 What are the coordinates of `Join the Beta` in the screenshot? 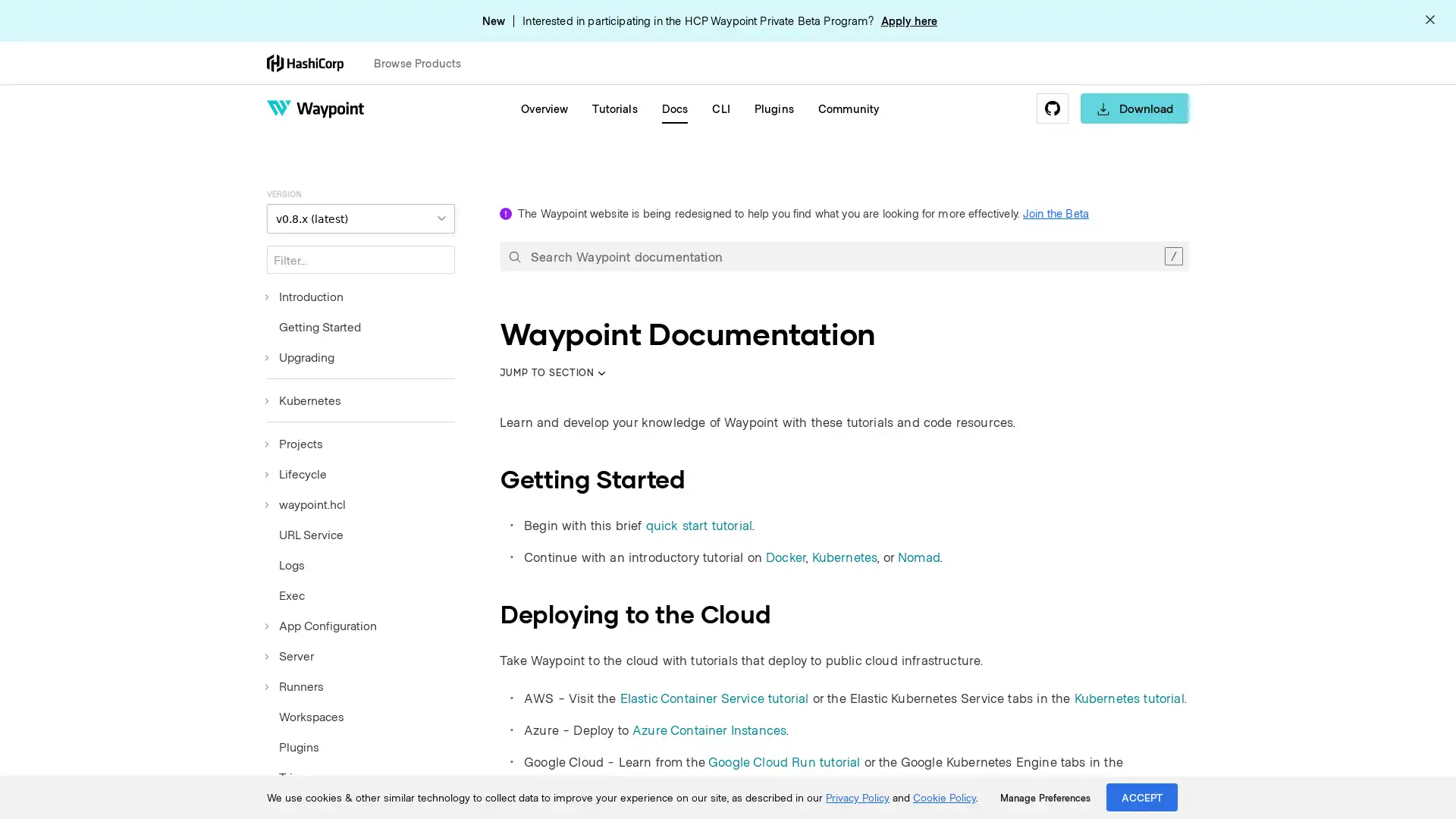 It's located at (1055, 213).